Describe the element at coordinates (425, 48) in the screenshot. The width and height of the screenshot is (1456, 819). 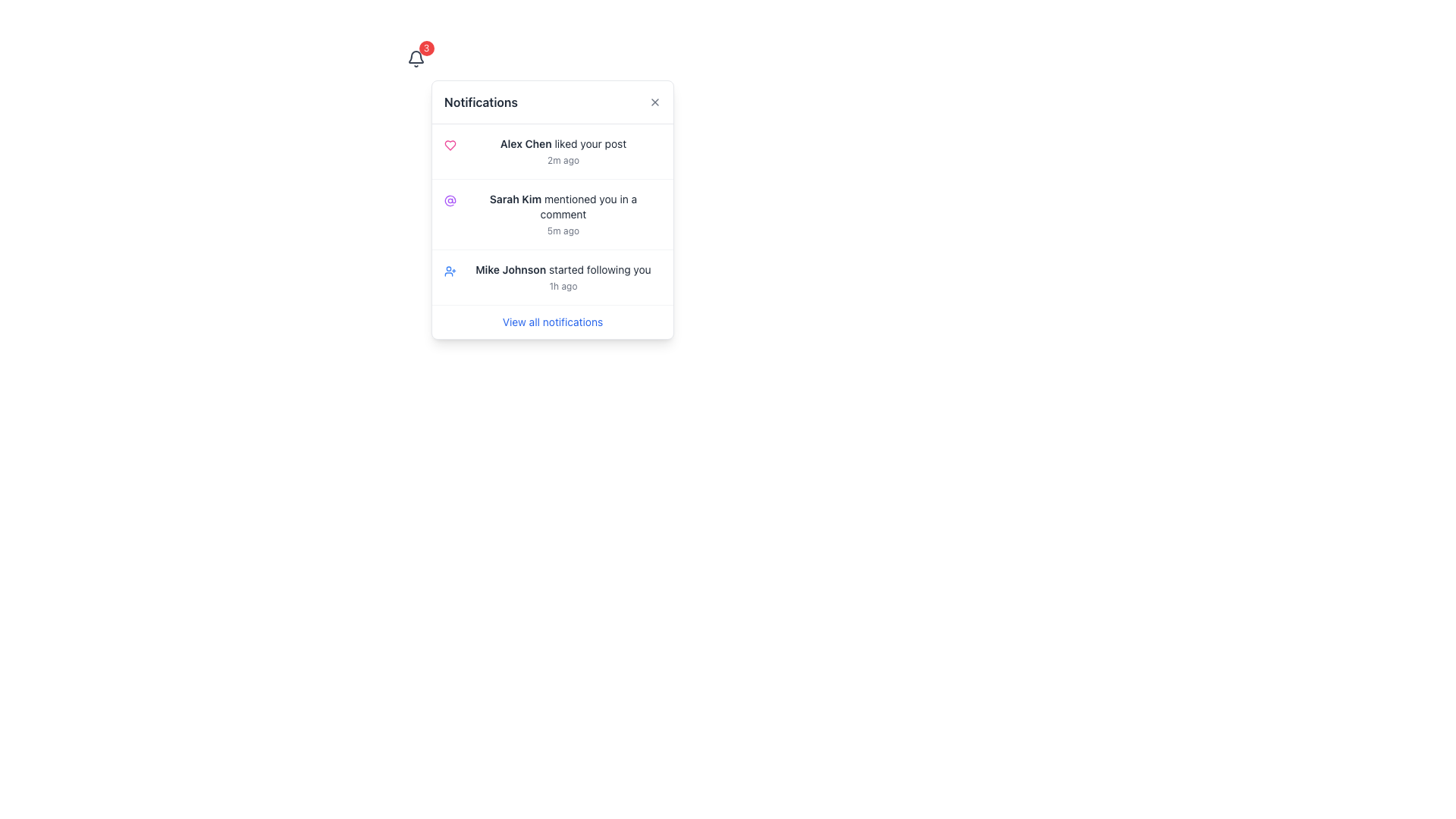
I see `the Notification indicator located at the top-right of the notification bell icon, which displays the number of unread notifications` at that location.